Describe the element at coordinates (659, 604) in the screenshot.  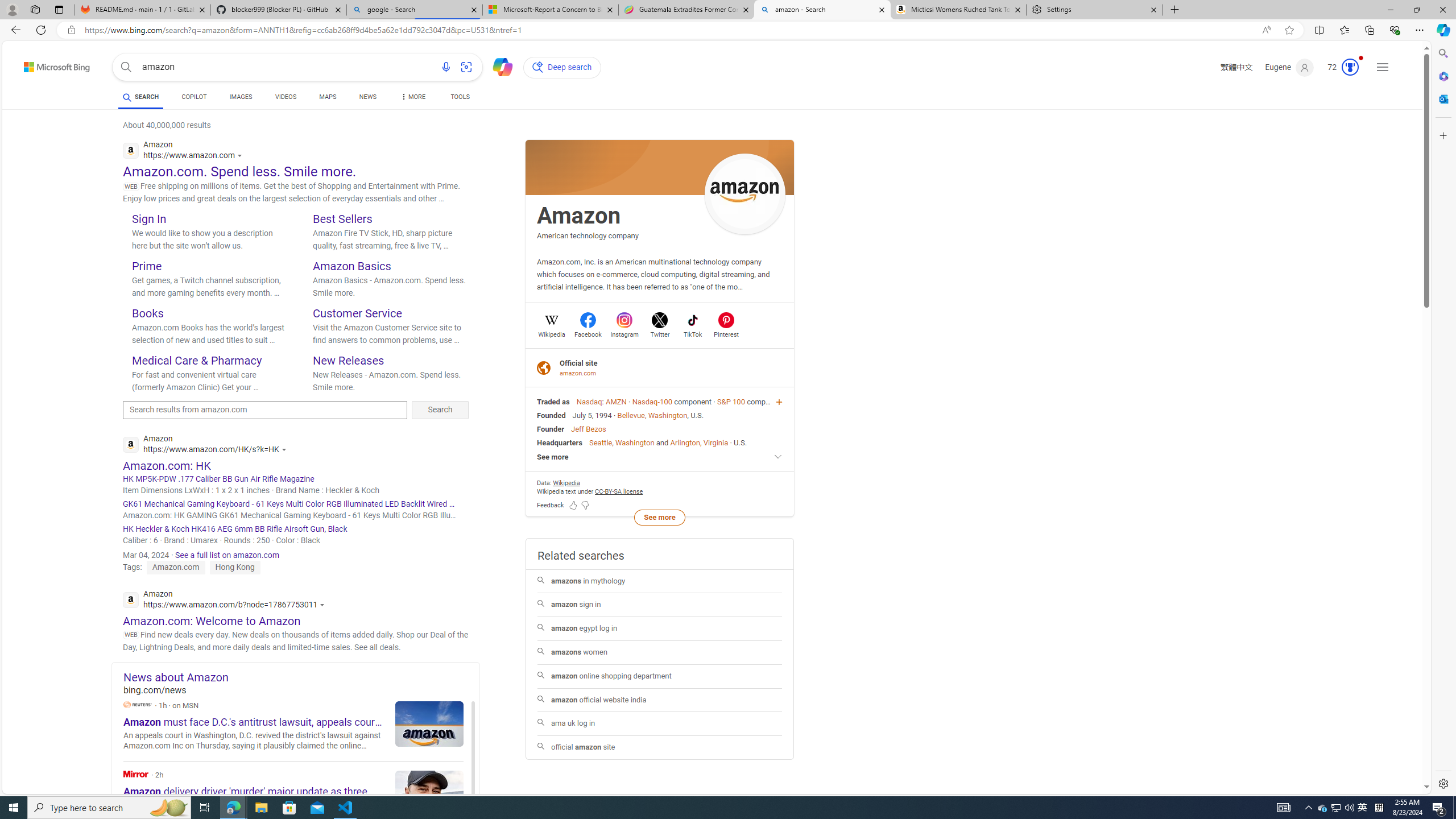
I see `'amazon sign in'` at that location.